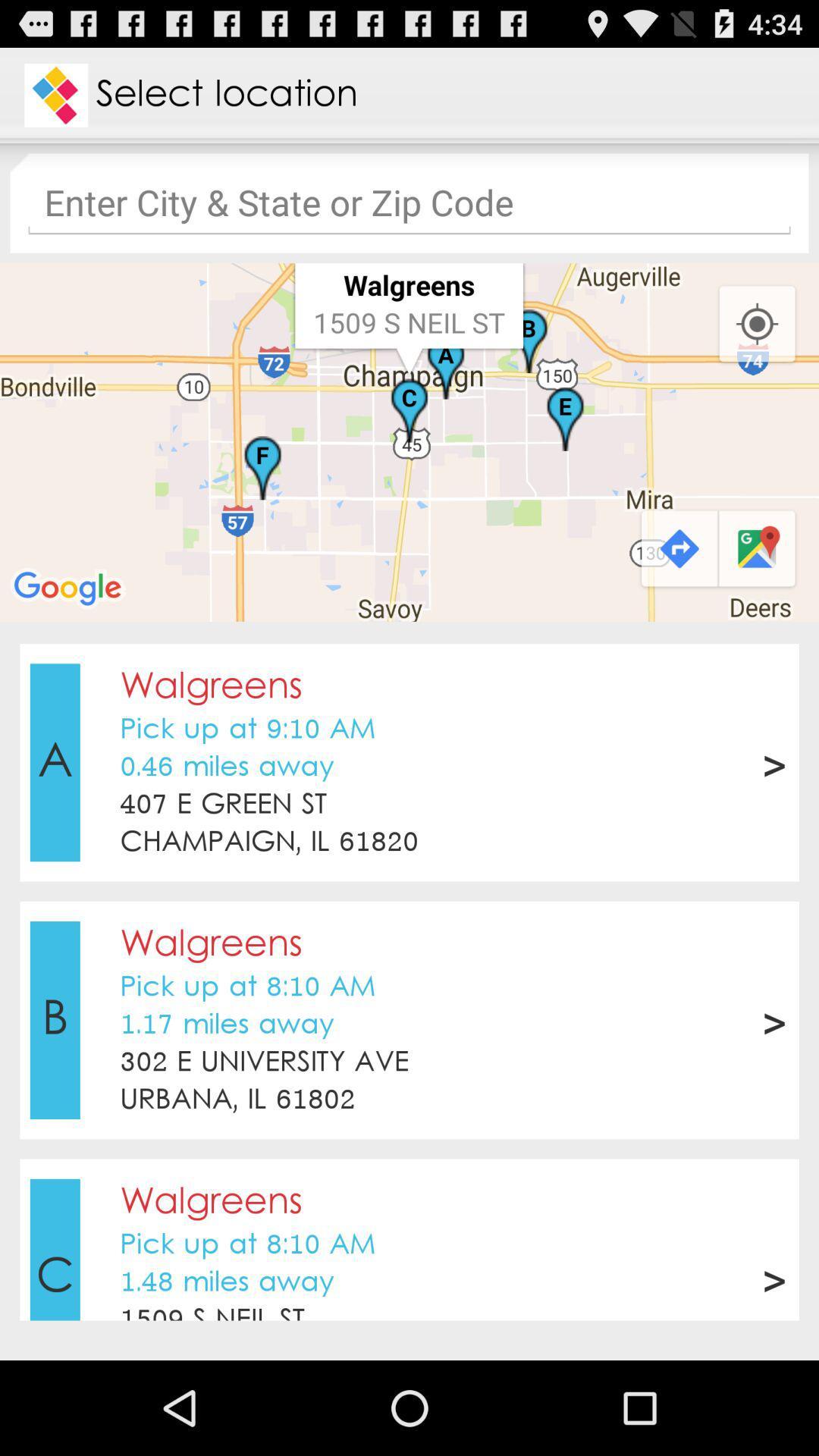 The width and height of the screenshot is (819, 1456). I want to click on the item next to > icon, so click(223, 804).